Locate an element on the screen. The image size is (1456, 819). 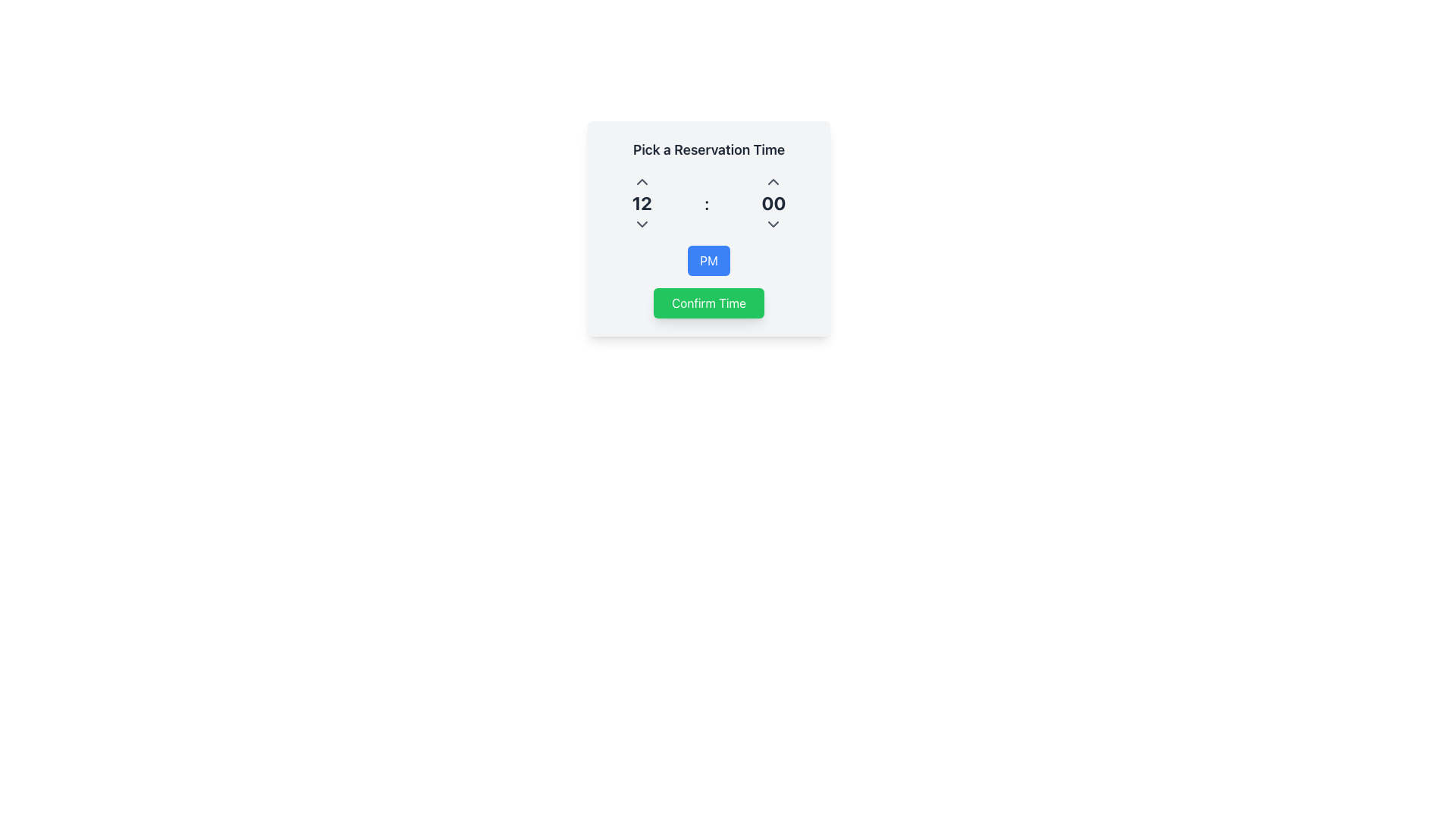
the toggle button located centrally below the time selection fields to switch between AM and PM time periods is located at coordinates (708, 259).